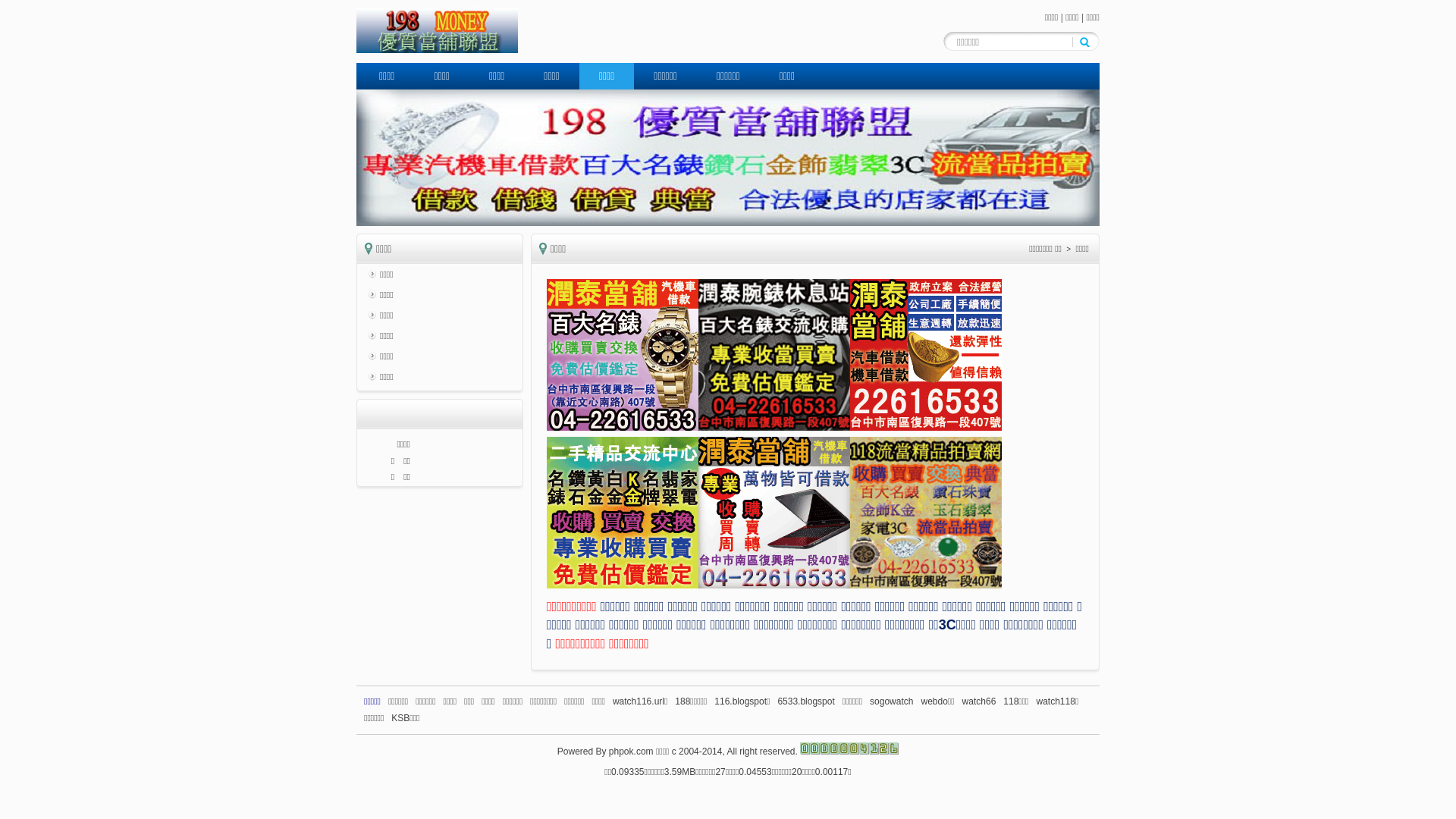 The image size is (1456, 819). What do you see at coordinates (777, 701) in the screenshot?
I see `'6533.blogspot'` at bounding box center [777, 701].